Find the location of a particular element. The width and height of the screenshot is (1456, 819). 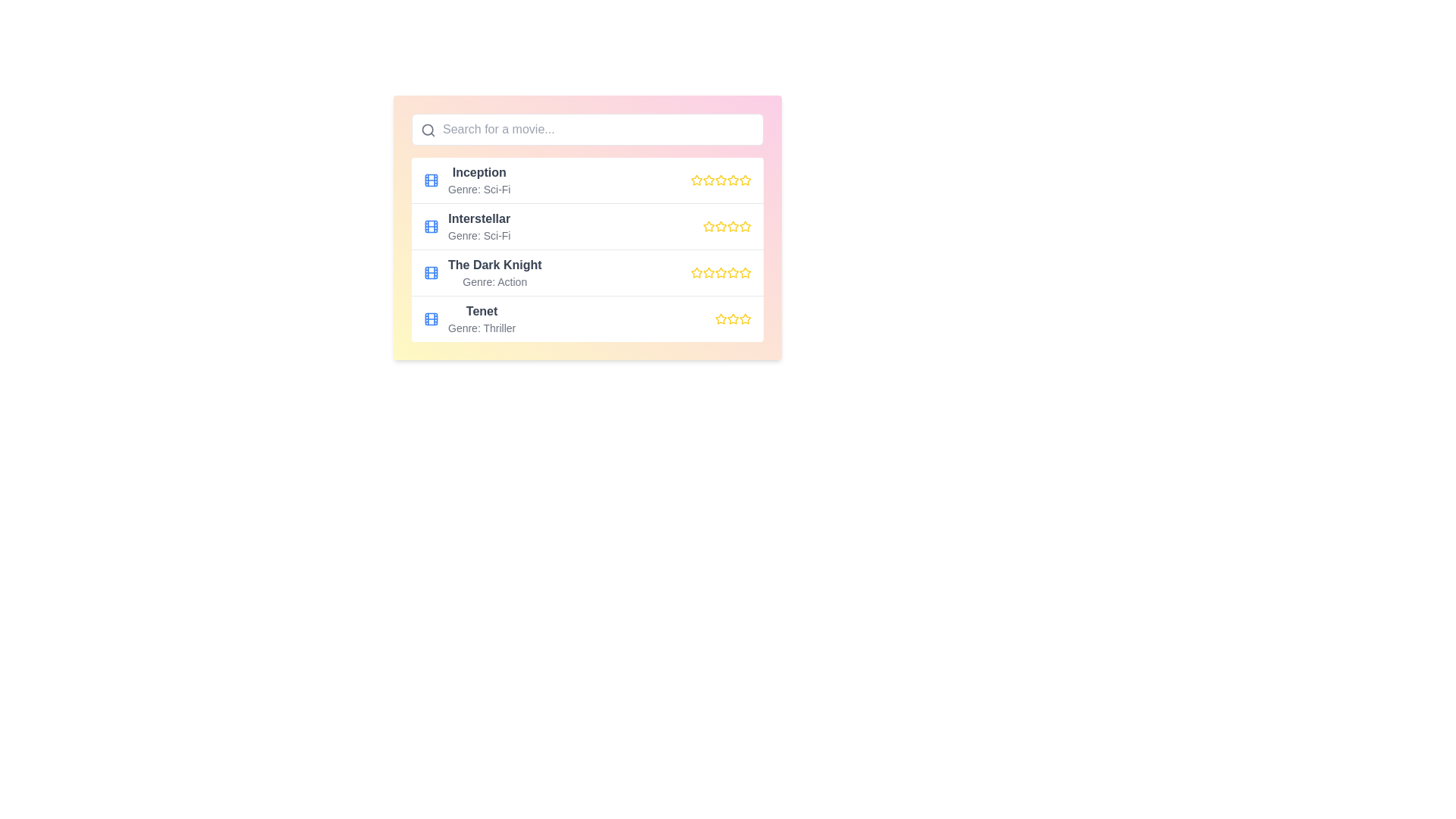

the last yellow star-shaped rating graphic in the rating section for the movie 'Tenet' is located at coordinates (733, 318).